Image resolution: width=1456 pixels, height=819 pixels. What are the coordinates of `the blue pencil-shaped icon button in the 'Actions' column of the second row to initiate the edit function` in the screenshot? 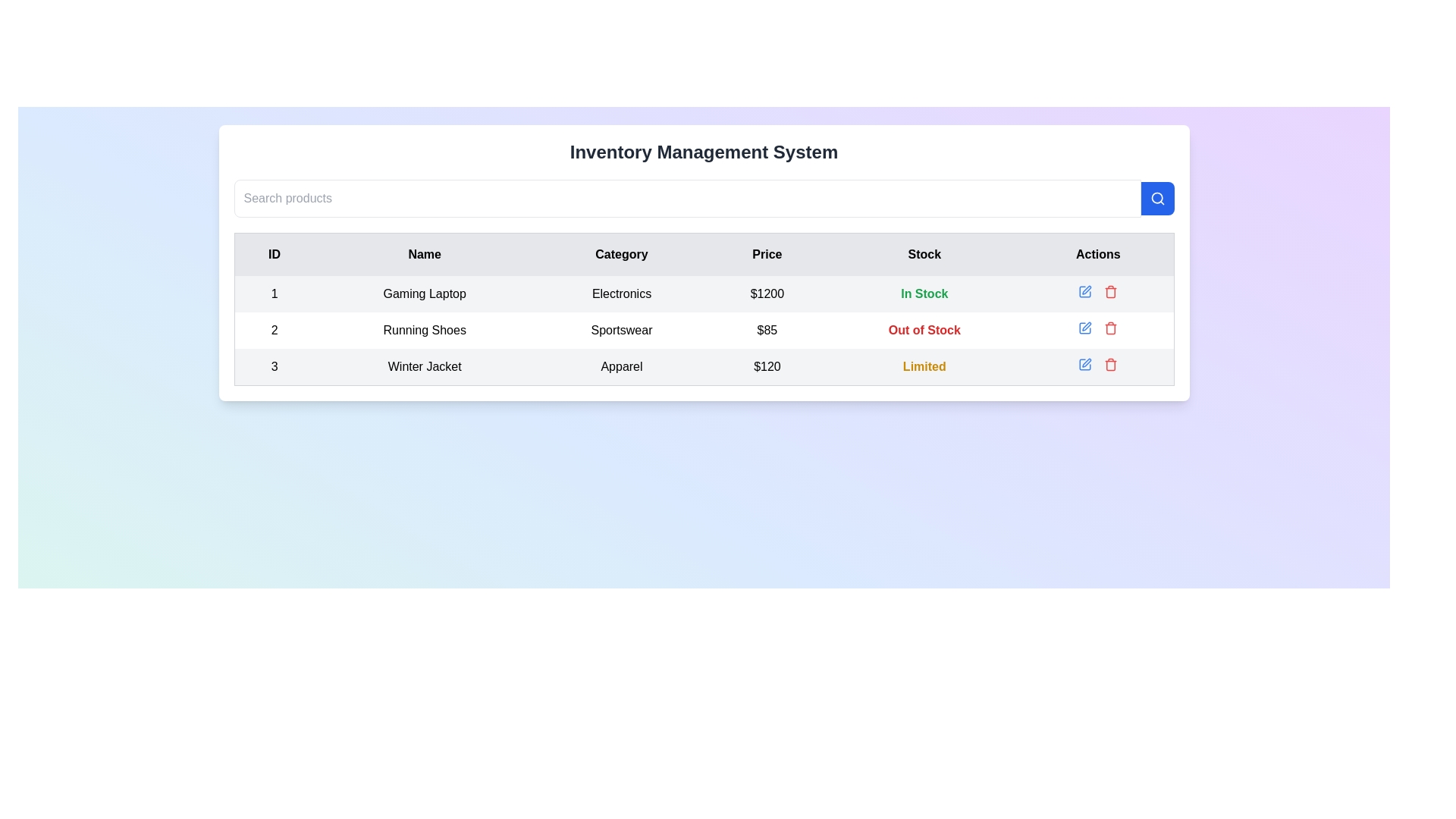 It's located at (1084, 327).